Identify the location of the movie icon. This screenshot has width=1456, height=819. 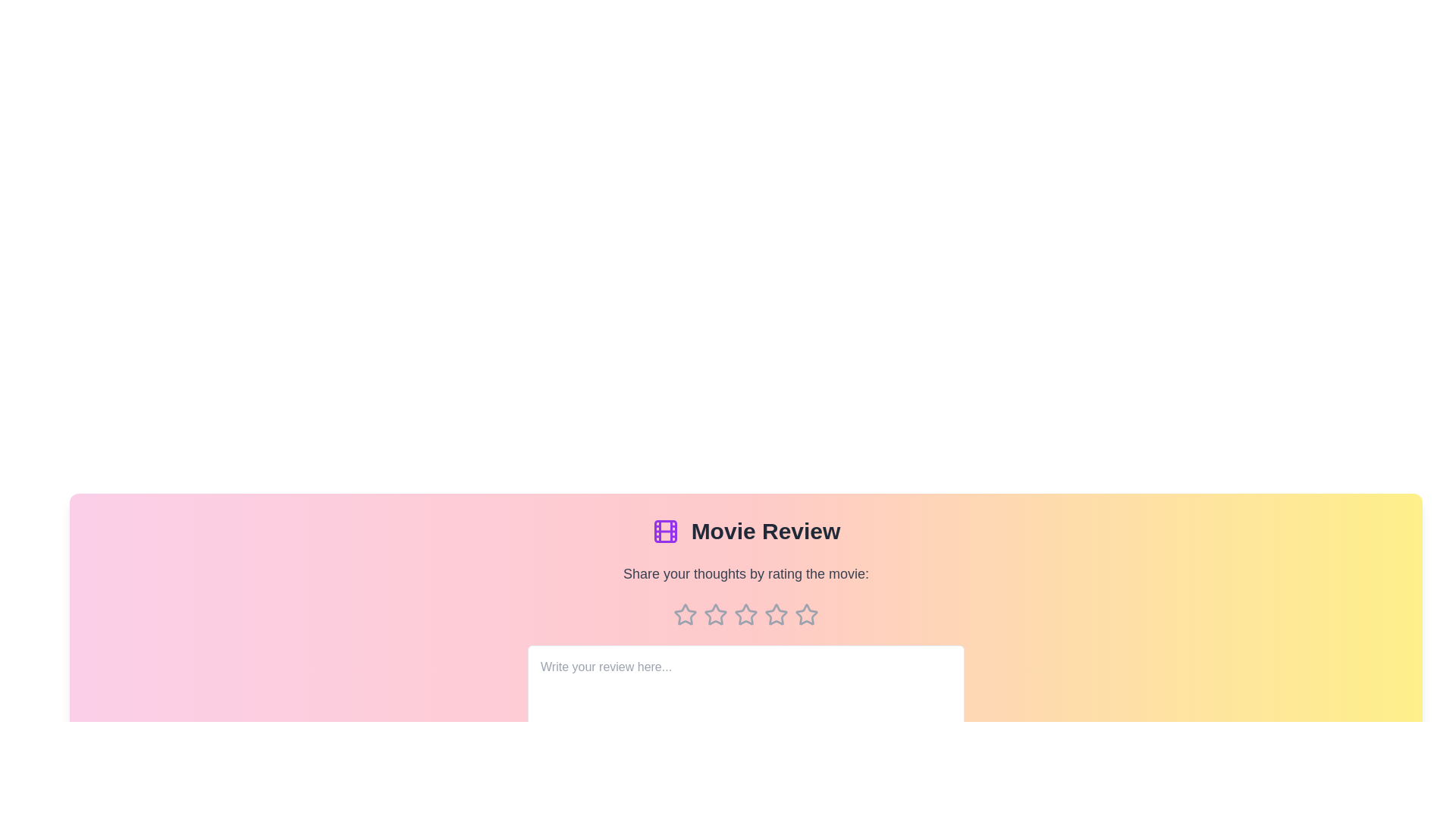
(665, 531).